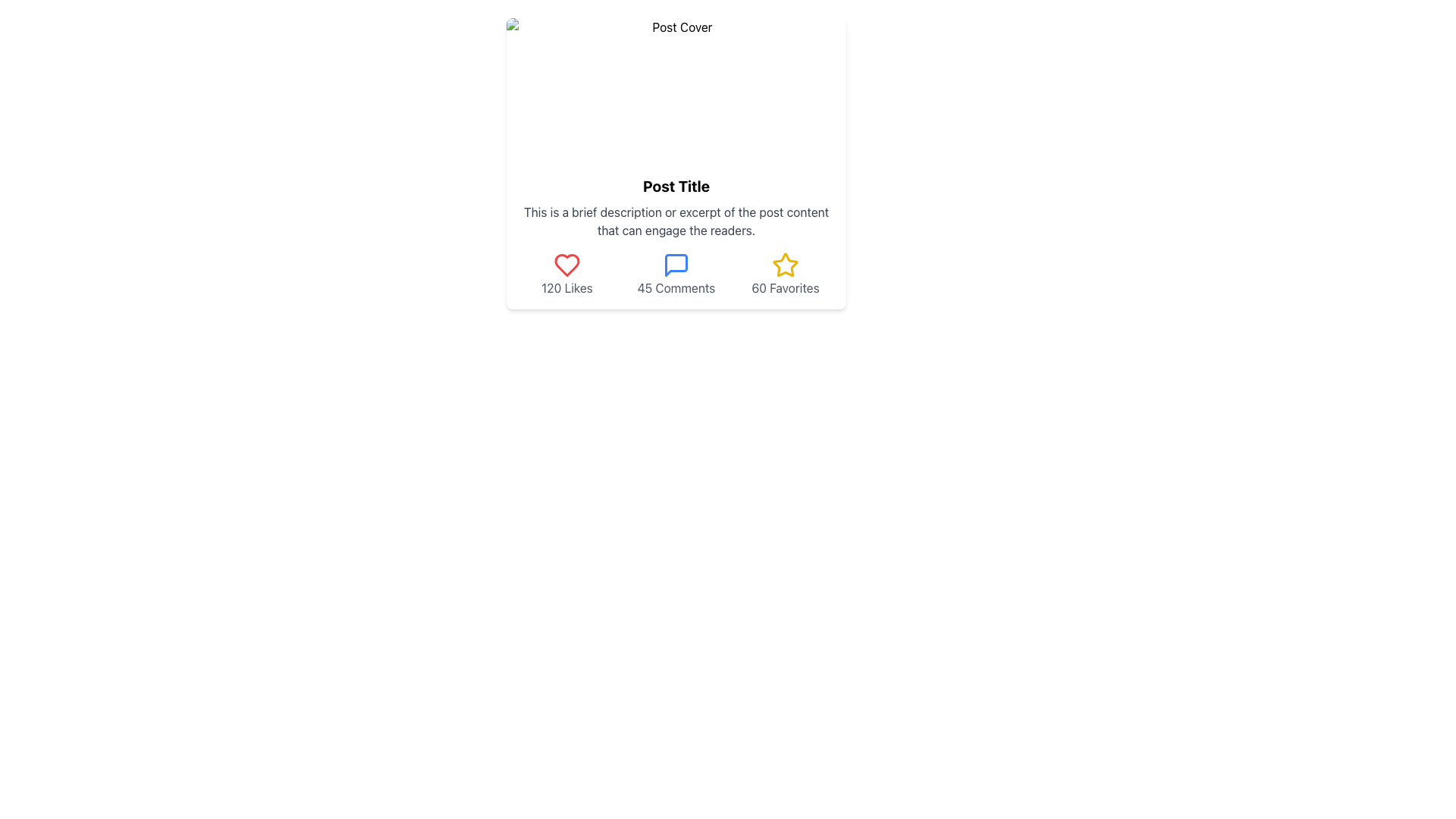 Image resolution: width=1456 pixels, height=819 pixels. Describe the element at coordinates (566, 265) in the screenshot. I see `the heart icon with a '120 Likes' label below it, which is styled in red and located on the left side of a card-like interface` at that location.